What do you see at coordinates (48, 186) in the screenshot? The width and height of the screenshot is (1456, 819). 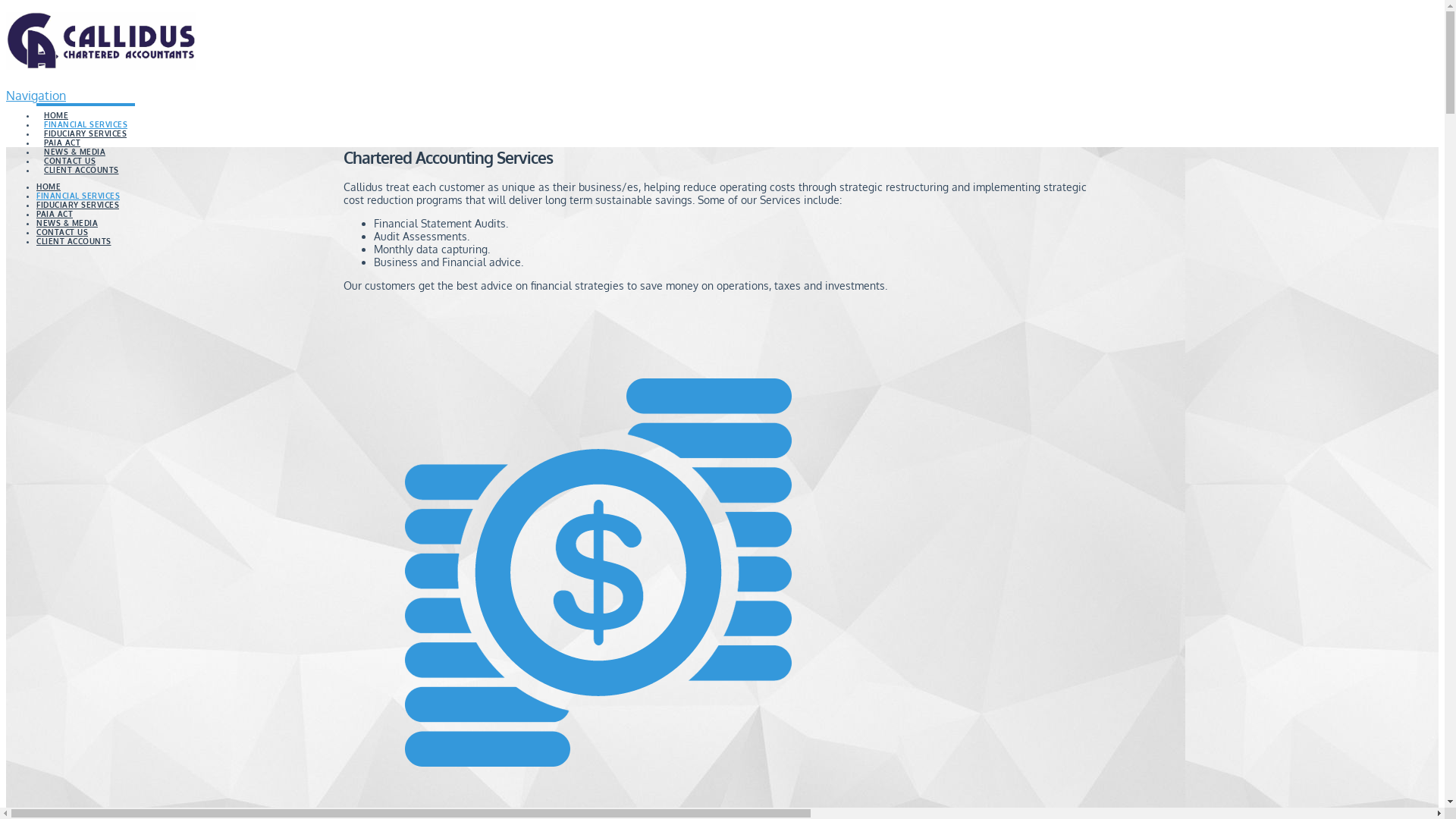 I see `'HOME'` at bounding box center [48, 186].